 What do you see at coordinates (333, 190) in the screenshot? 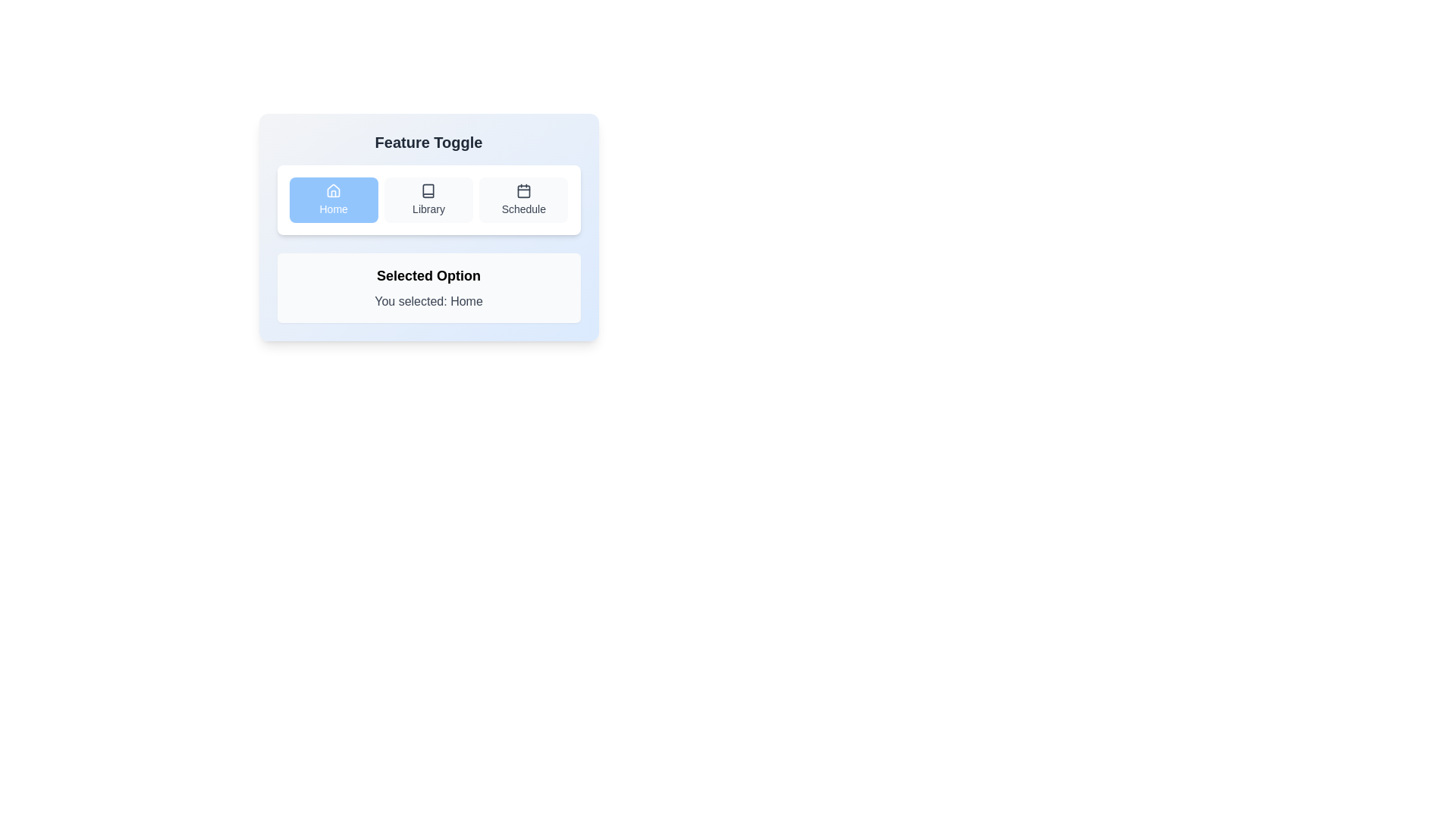
I see `the 'Home' button which contains the house icon` at bounding box center [333, 190].